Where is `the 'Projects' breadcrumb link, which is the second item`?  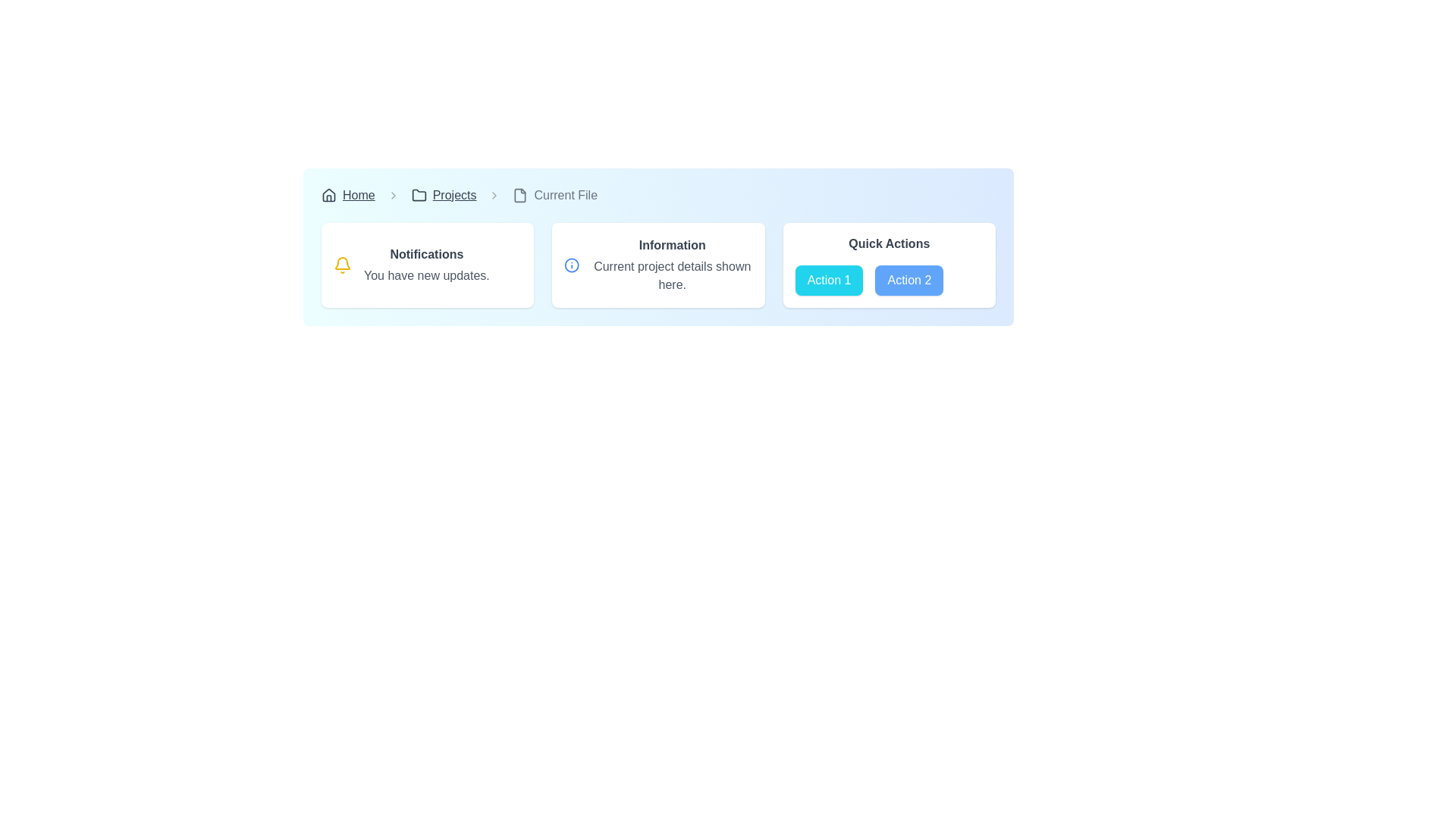 the 'Projects' breadcrumb link, which is the second item is located at coordinates (443, 195).